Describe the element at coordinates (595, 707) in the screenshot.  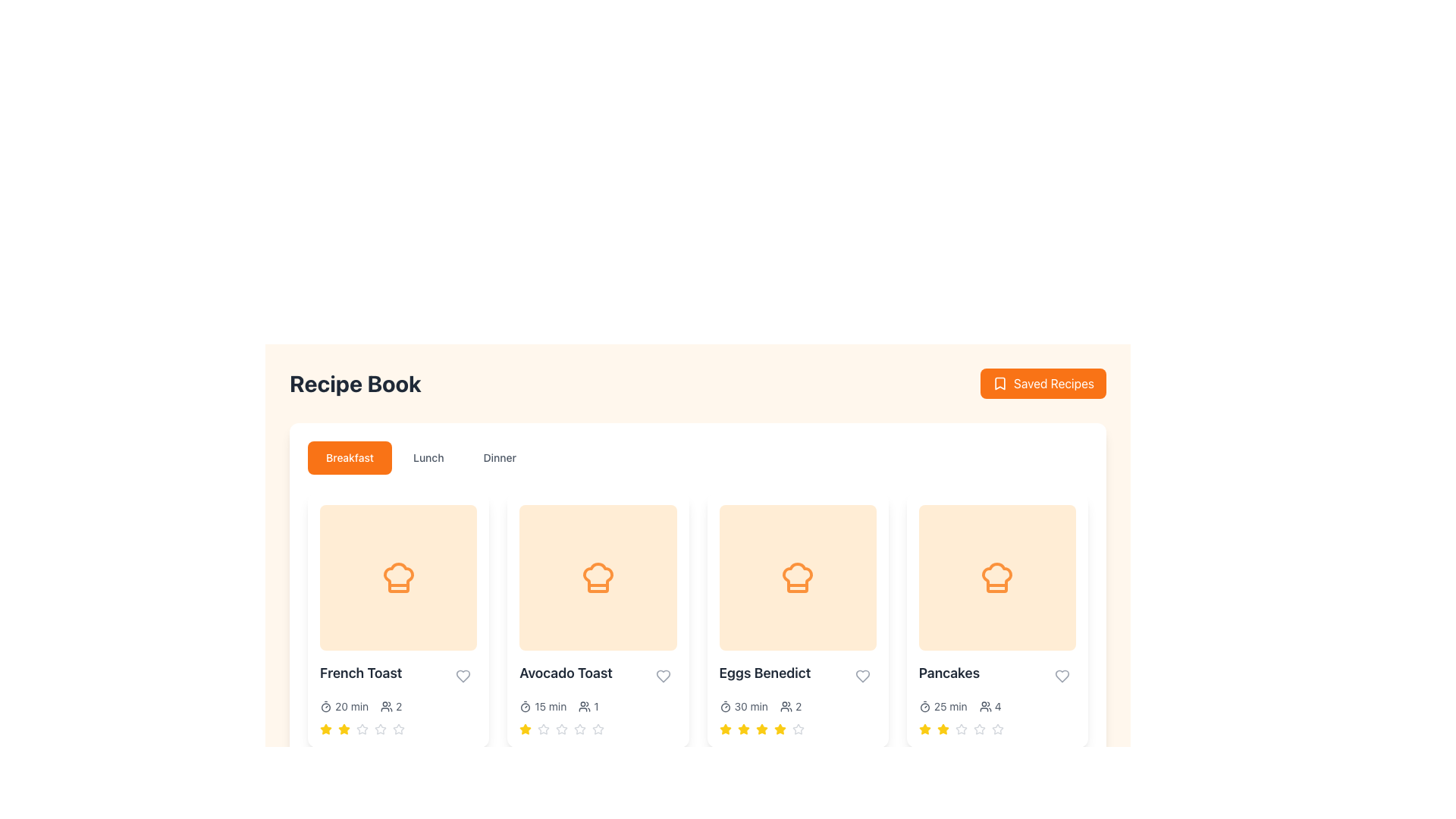
I see `the static text label indicating the count of individuals related to the 'Avocado Toast' recipe, located at the right of the user icon in the card` at that location.